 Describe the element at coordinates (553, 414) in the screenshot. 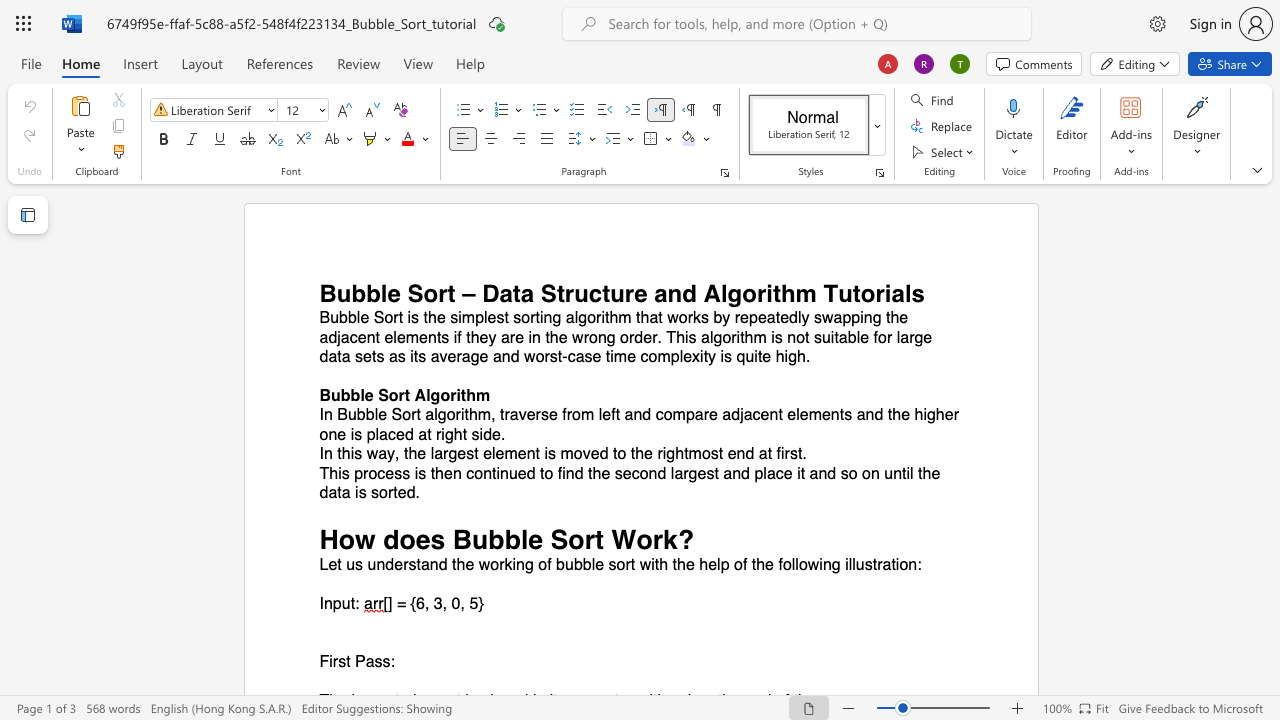

I see `the 3th character "e" in the text` at that location.